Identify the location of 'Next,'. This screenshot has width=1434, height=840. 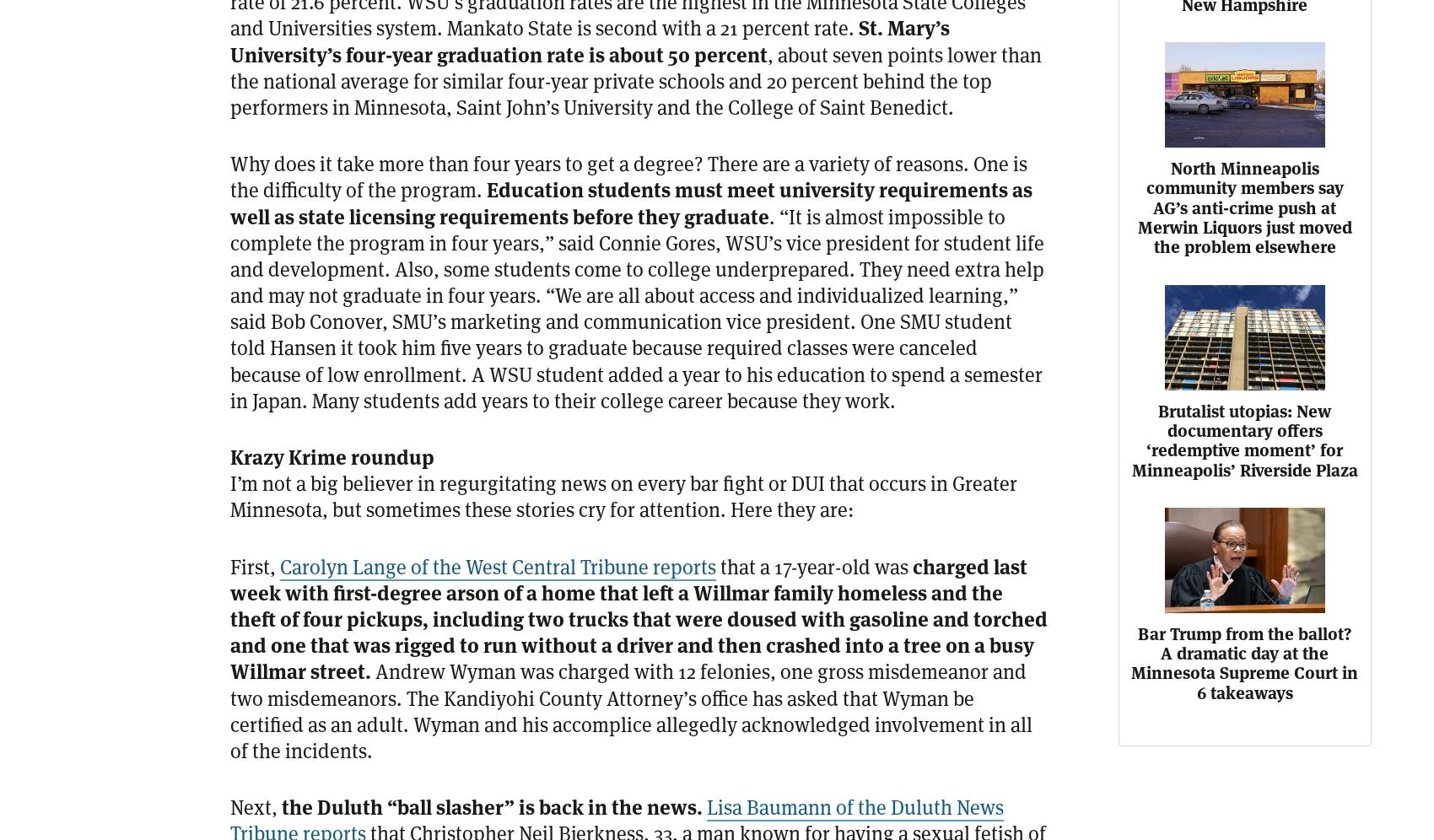
(256, 806).